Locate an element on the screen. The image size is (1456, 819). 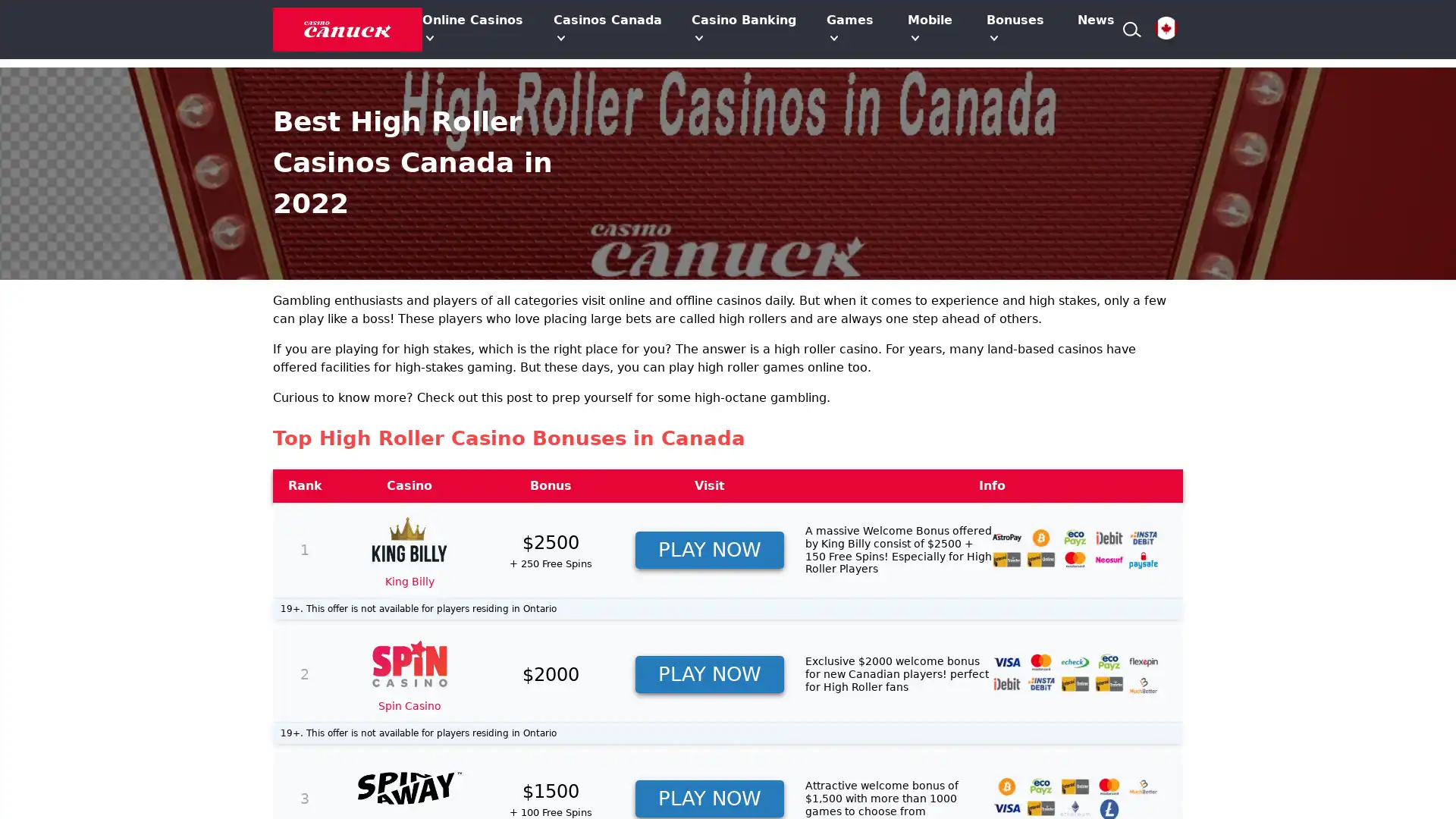
en_CA is located at coordinates (1165, 29).